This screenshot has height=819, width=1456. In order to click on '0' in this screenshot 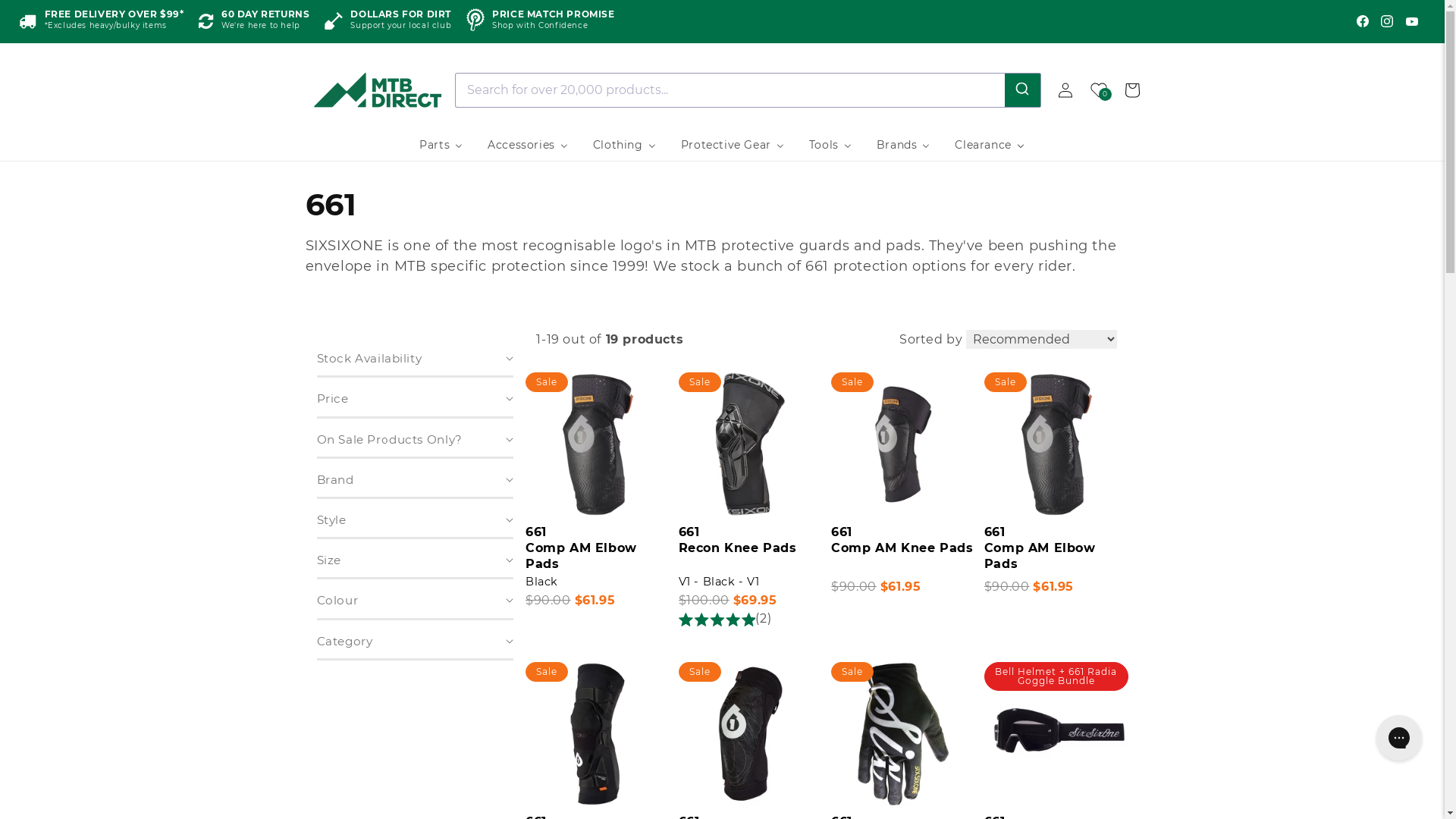, I will do `click(1098, 89)`.